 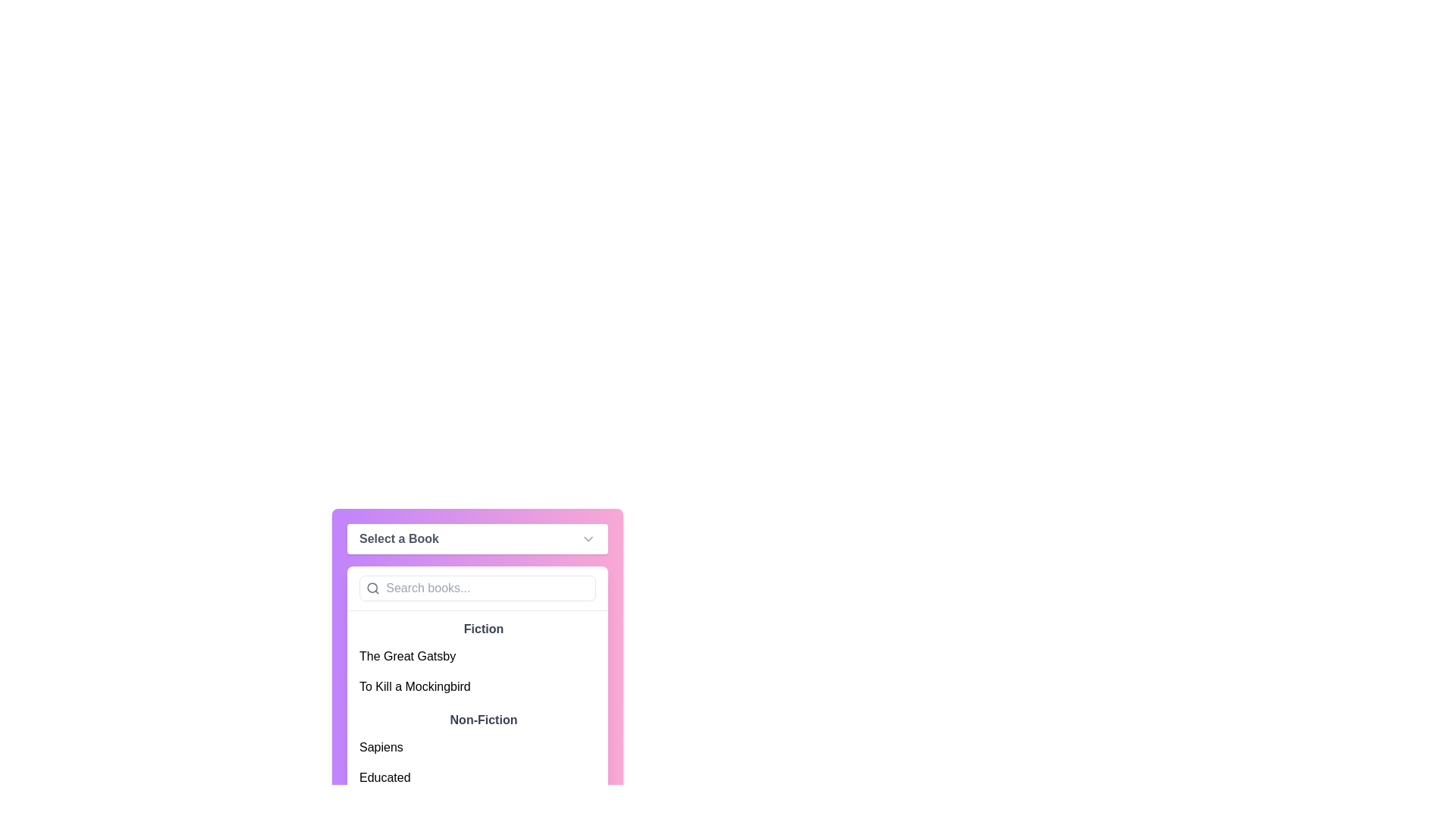 I want to click on the 'Educated' list item in the dropdown menu under the 'Non-Fiction' category to trigger a visual highlight effect, so click(x=476, y=778).